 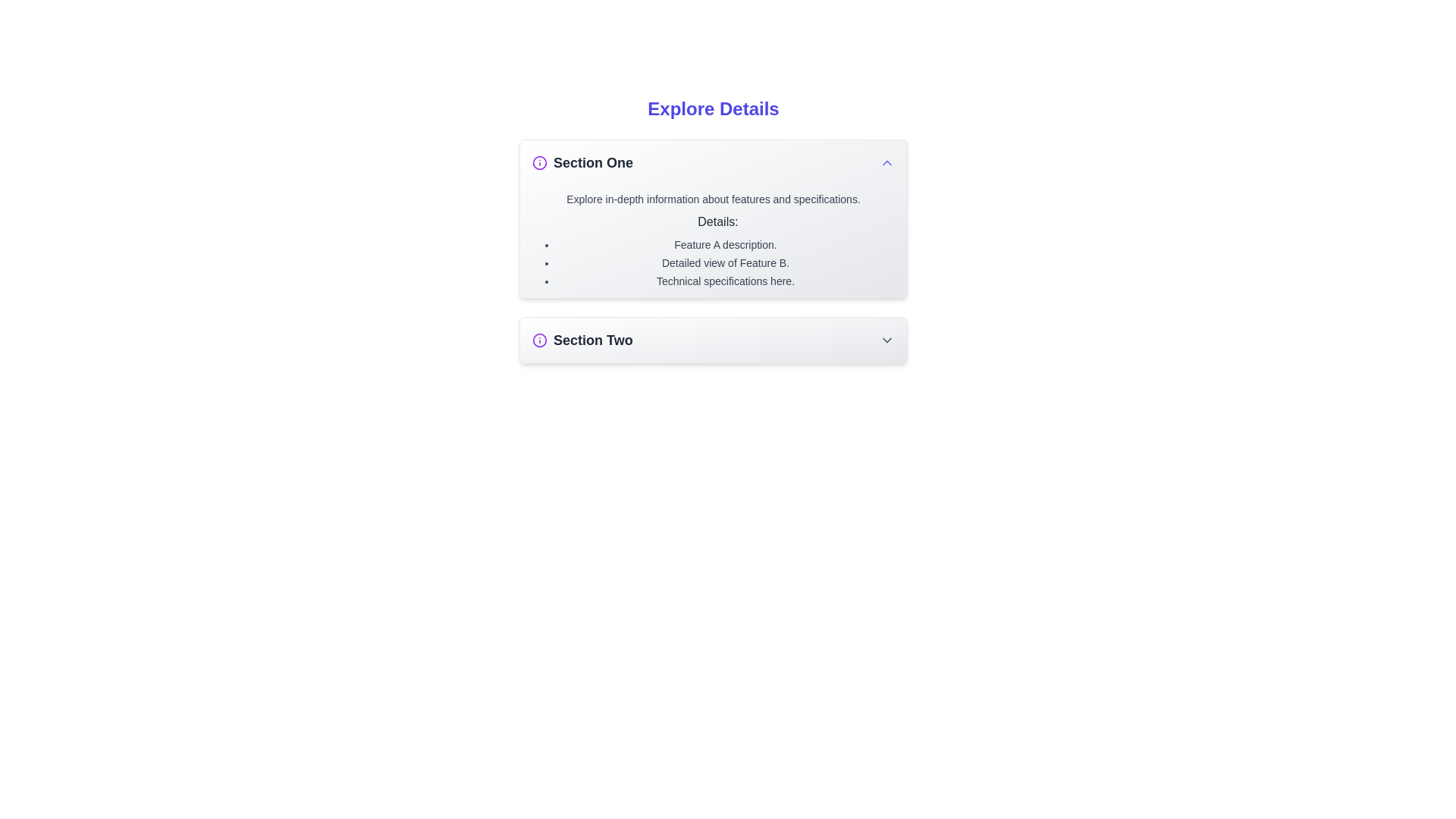 What do you see at coordinates (712, 339) in the screenshot?
I see `the 'Section Two' collapsible section header for keyboard navigation` at bounding box center [712, 339].